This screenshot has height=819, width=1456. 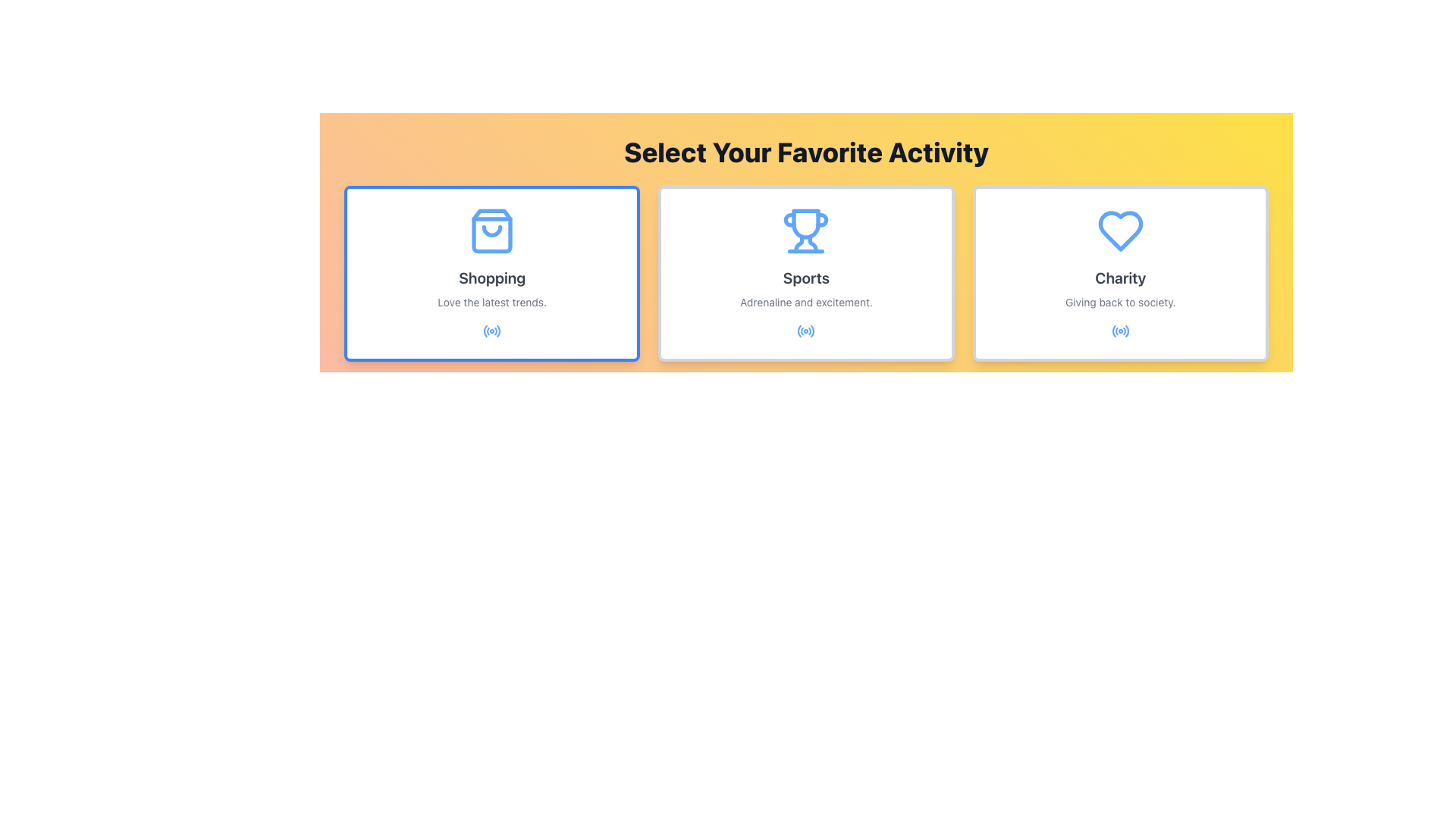 What do you see at coordinates (492, 302) in the screenshot?
I see `the text line displaying 'Love the latest trends.' located beneath the headline 'Shopping' within the 'Shopping' card` at bounding box center [492, 302].